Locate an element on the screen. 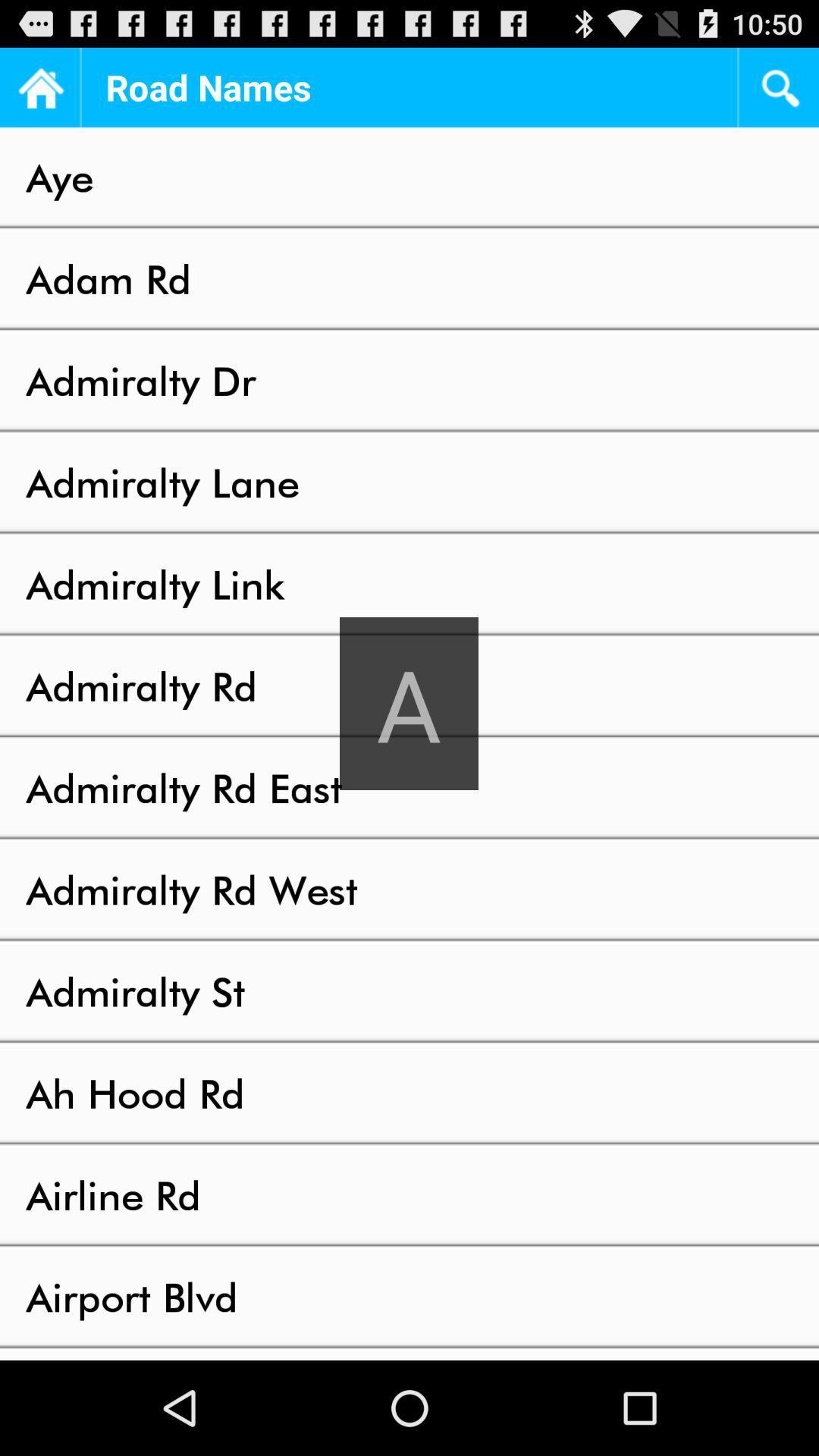  the home page is located at coordinates (39, 86).